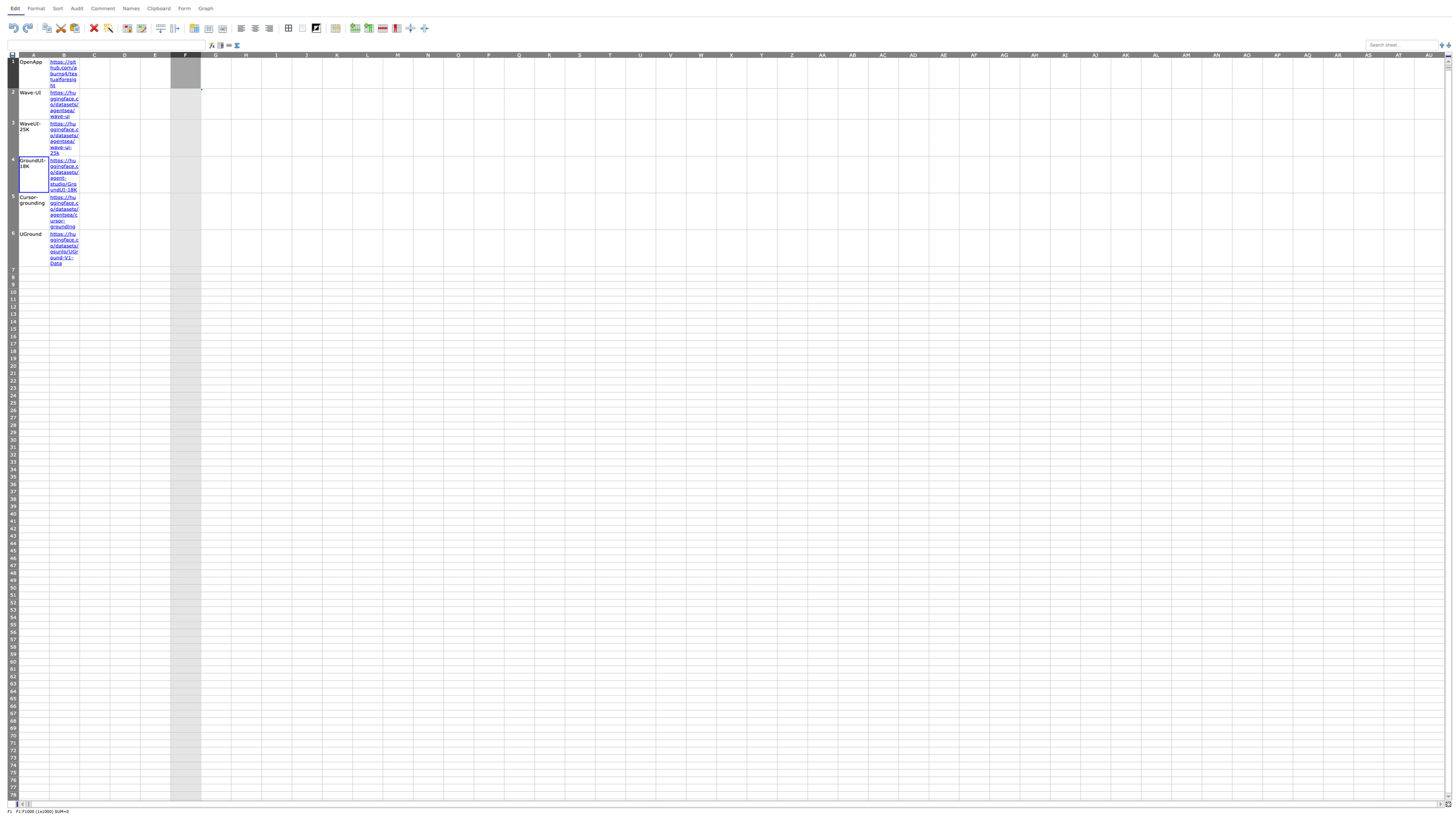  Describe the element at coordinates (337, 54) in the screenshot. I see `Move cursor to column K` at that location.